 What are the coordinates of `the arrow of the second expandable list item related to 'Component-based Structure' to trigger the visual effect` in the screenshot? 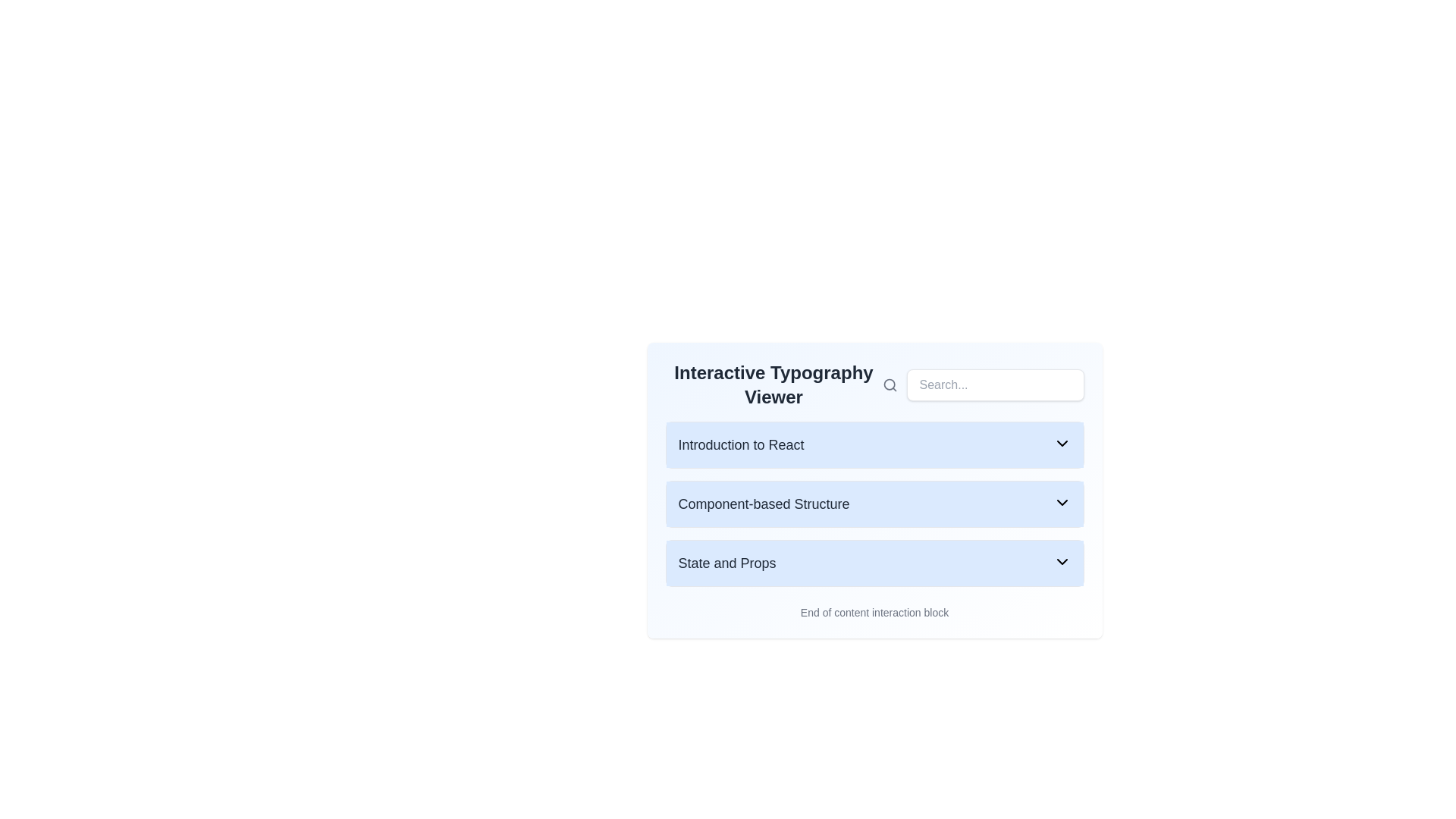 It's located at (874, 504).